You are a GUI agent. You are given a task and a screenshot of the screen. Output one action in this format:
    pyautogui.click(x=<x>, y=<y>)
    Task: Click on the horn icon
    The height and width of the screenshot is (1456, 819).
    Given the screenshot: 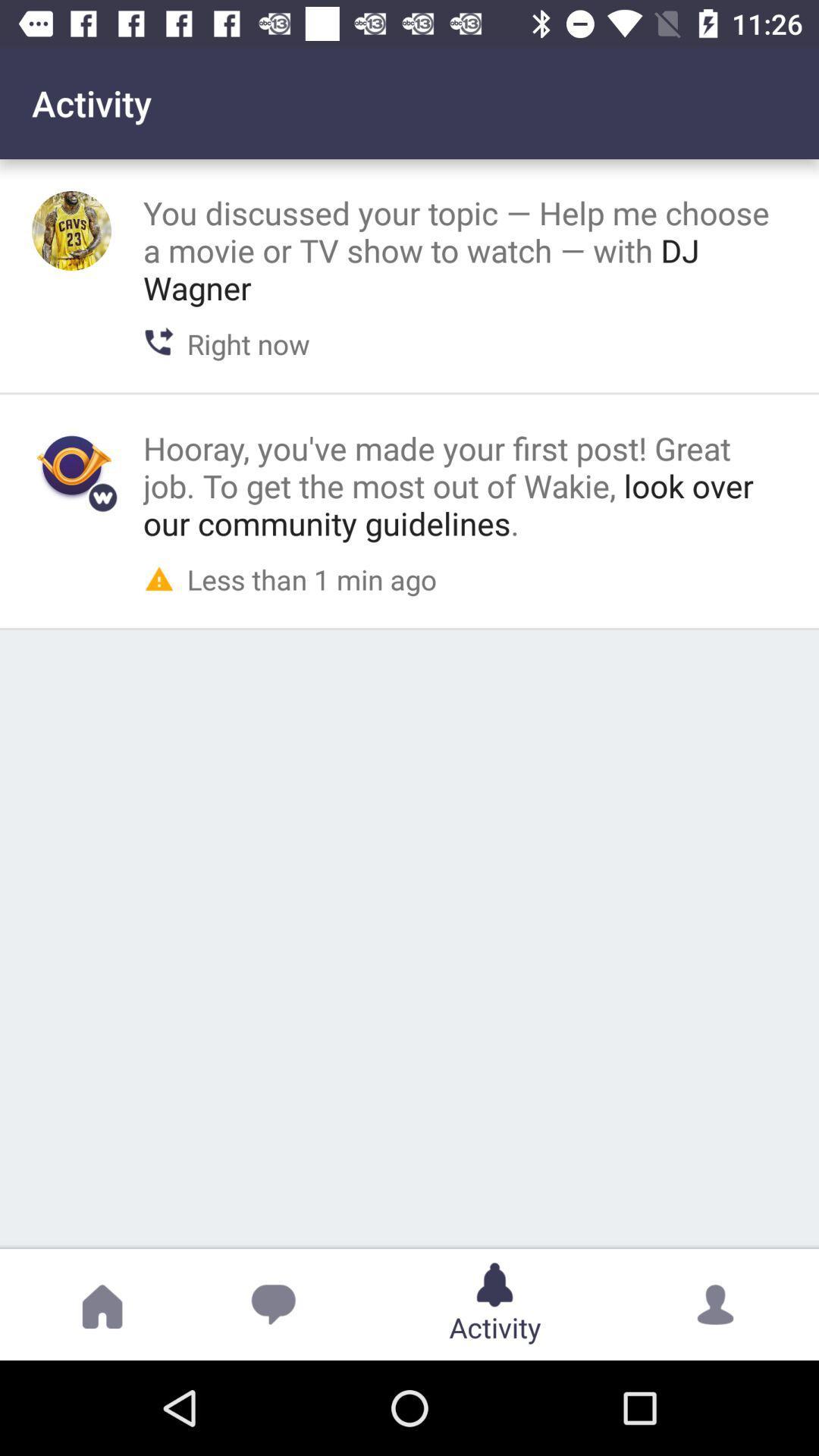 What is the action you would take?
    pyautogui.click(x=71, y=465)
    